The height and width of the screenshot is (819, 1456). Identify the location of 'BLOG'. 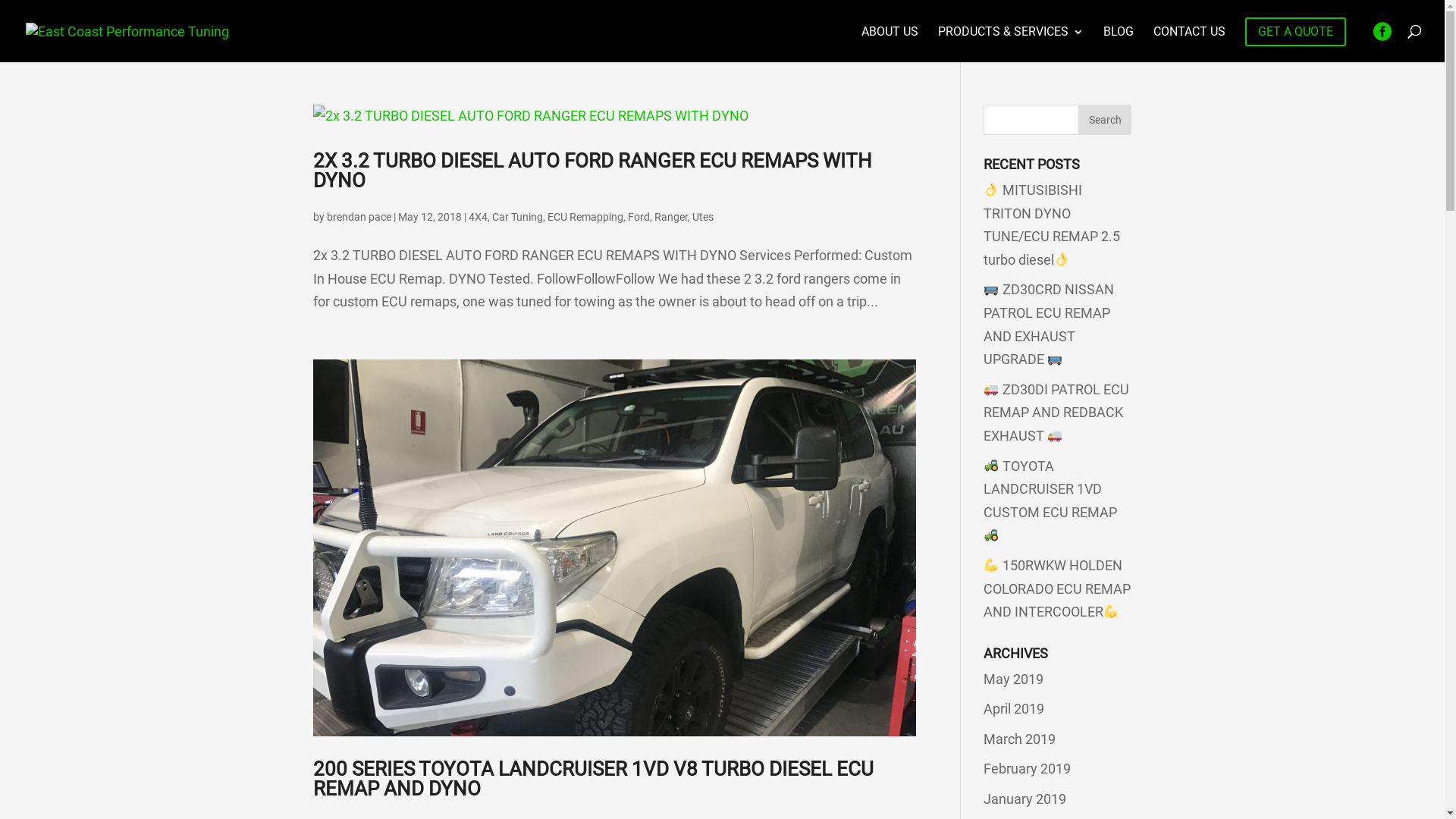
(1118, 43).